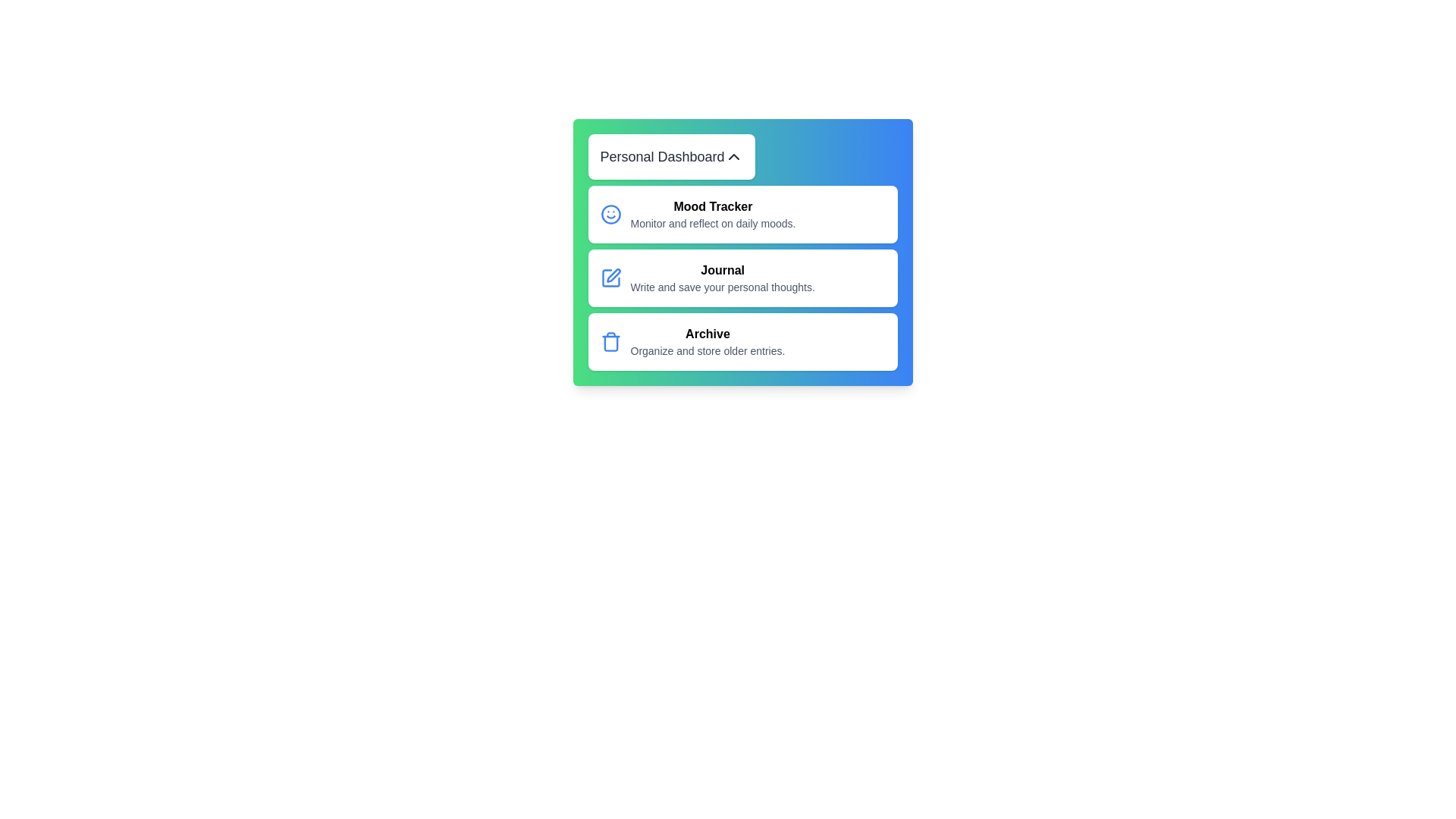 Image resolution: width=1456 pixels, height=819 pixels. Describe the element at coordinates (742, 278) in the screenshot. I see `the menu item Journal from the list` at that location.